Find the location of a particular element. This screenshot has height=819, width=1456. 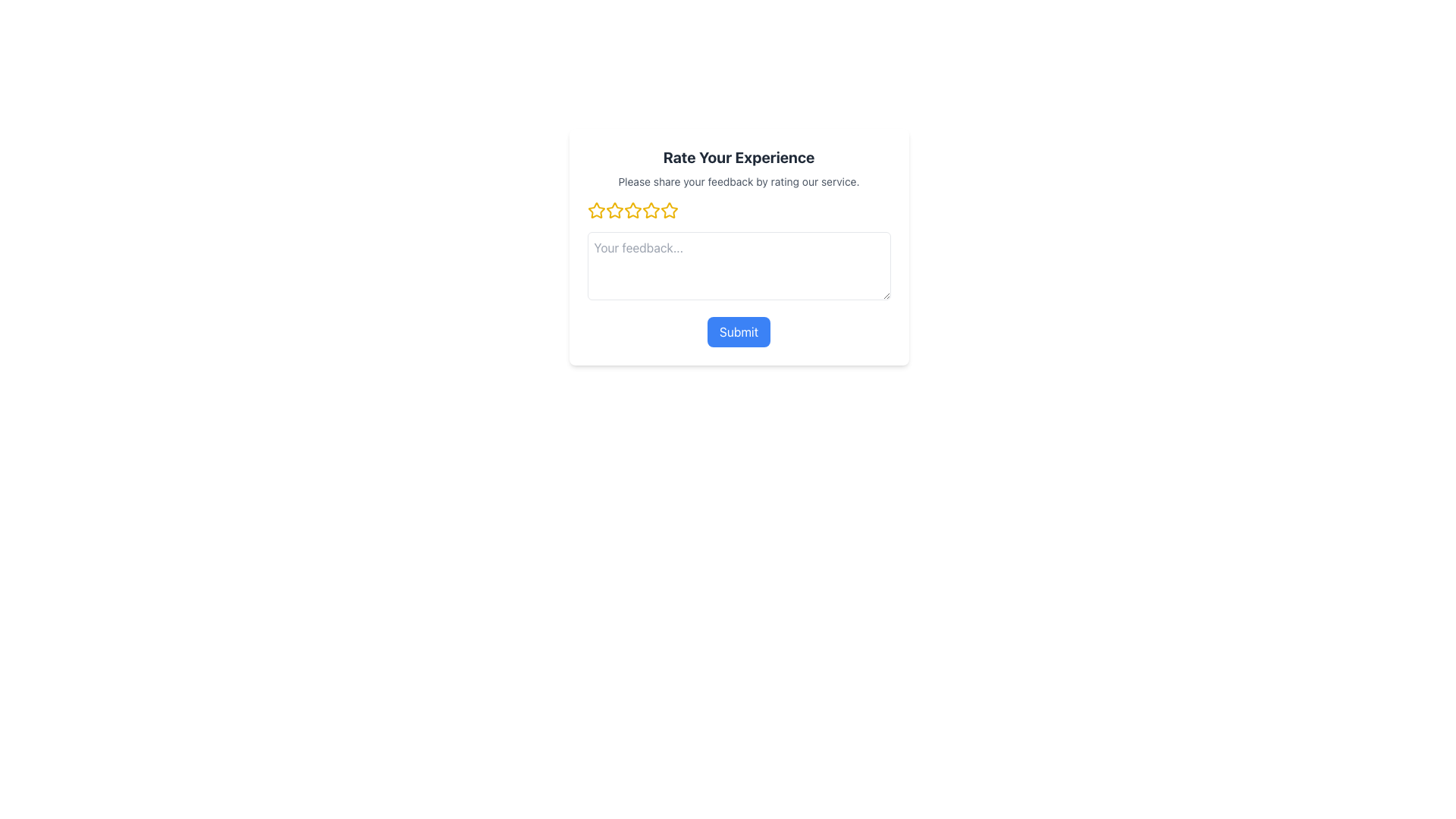

the yellow star icon used for rating, which is the leftmost star in a horizontal row of five stars below the 'Rate Your Experience' title is located at coordinates (595, 210).